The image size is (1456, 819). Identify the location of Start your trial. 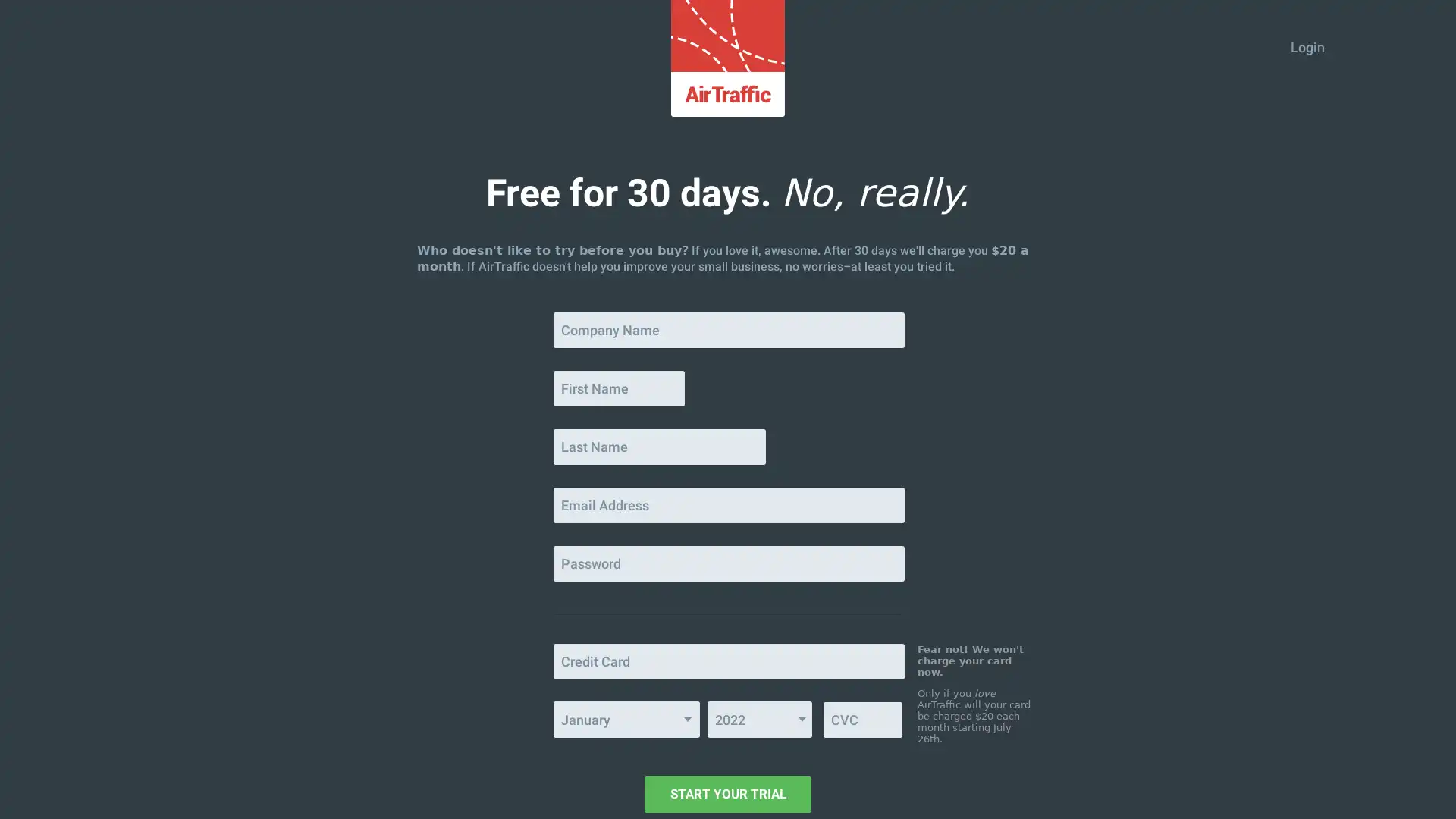
(728, 793).